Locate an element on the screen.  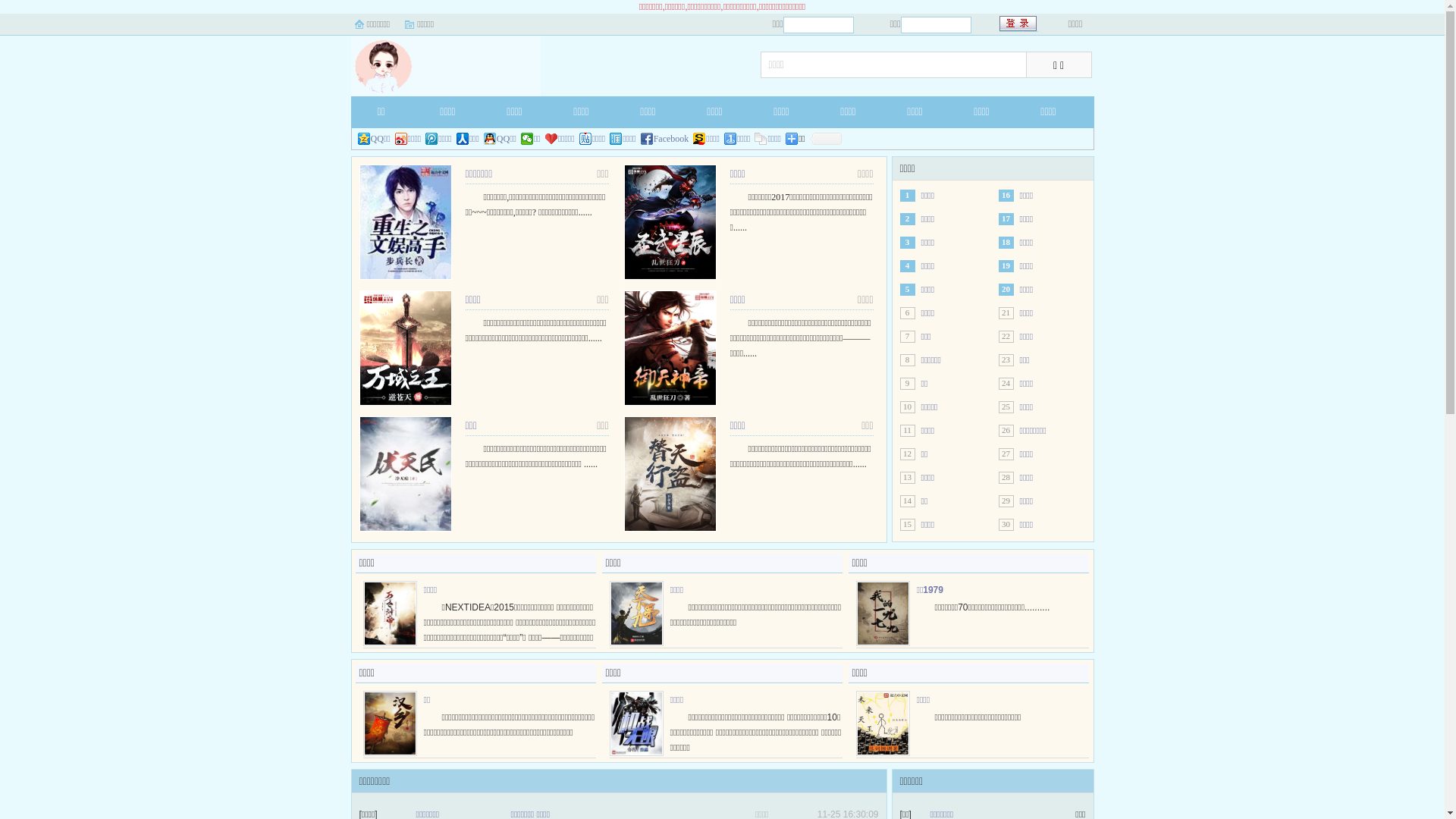
'Facebook' is located at coordinates (665, 138).